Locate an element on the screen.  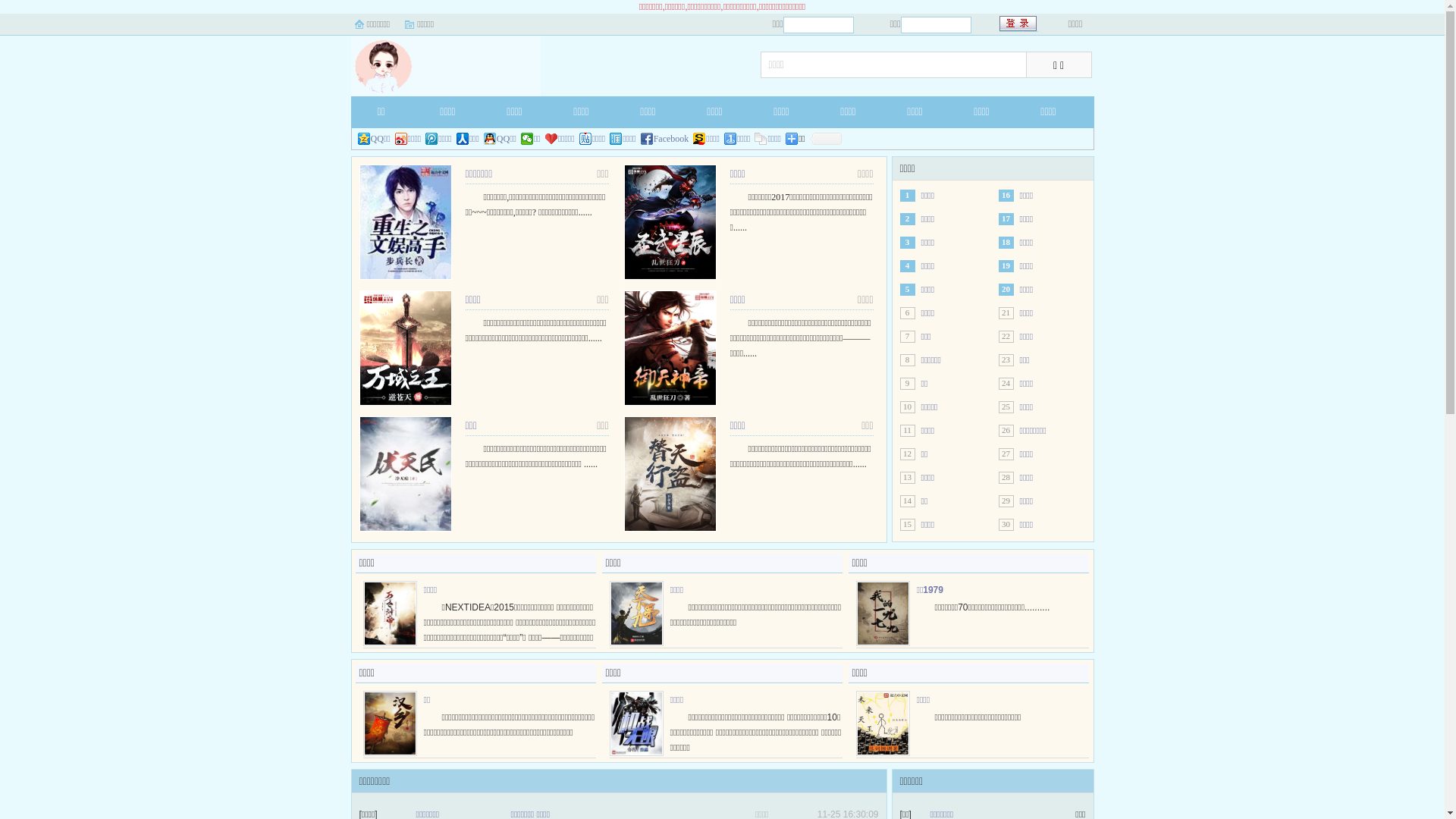
'Facebook' is located at coordinates (665, 138).